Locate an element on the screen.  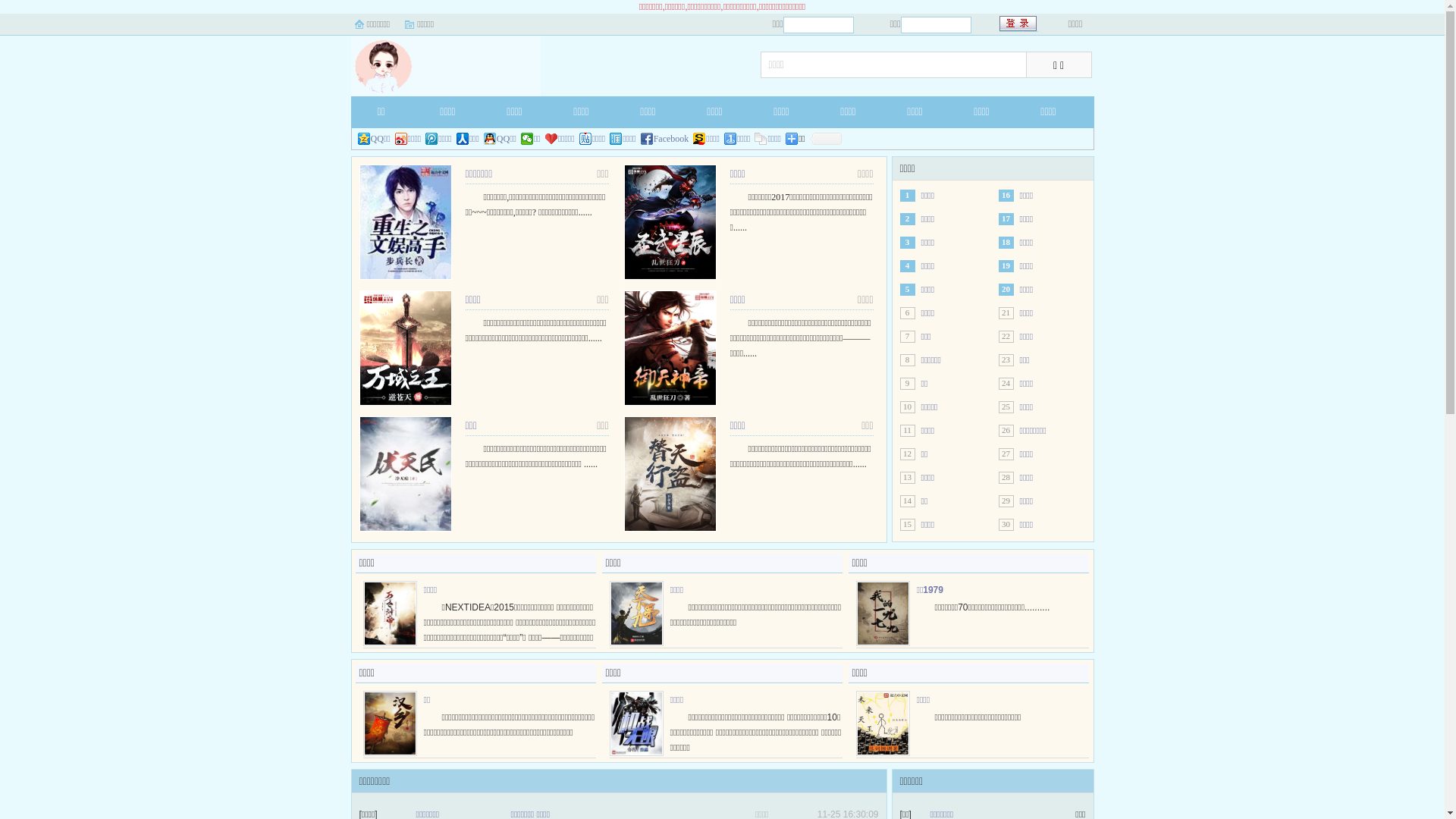
'Facebook' is located at coordinates (665, 138).